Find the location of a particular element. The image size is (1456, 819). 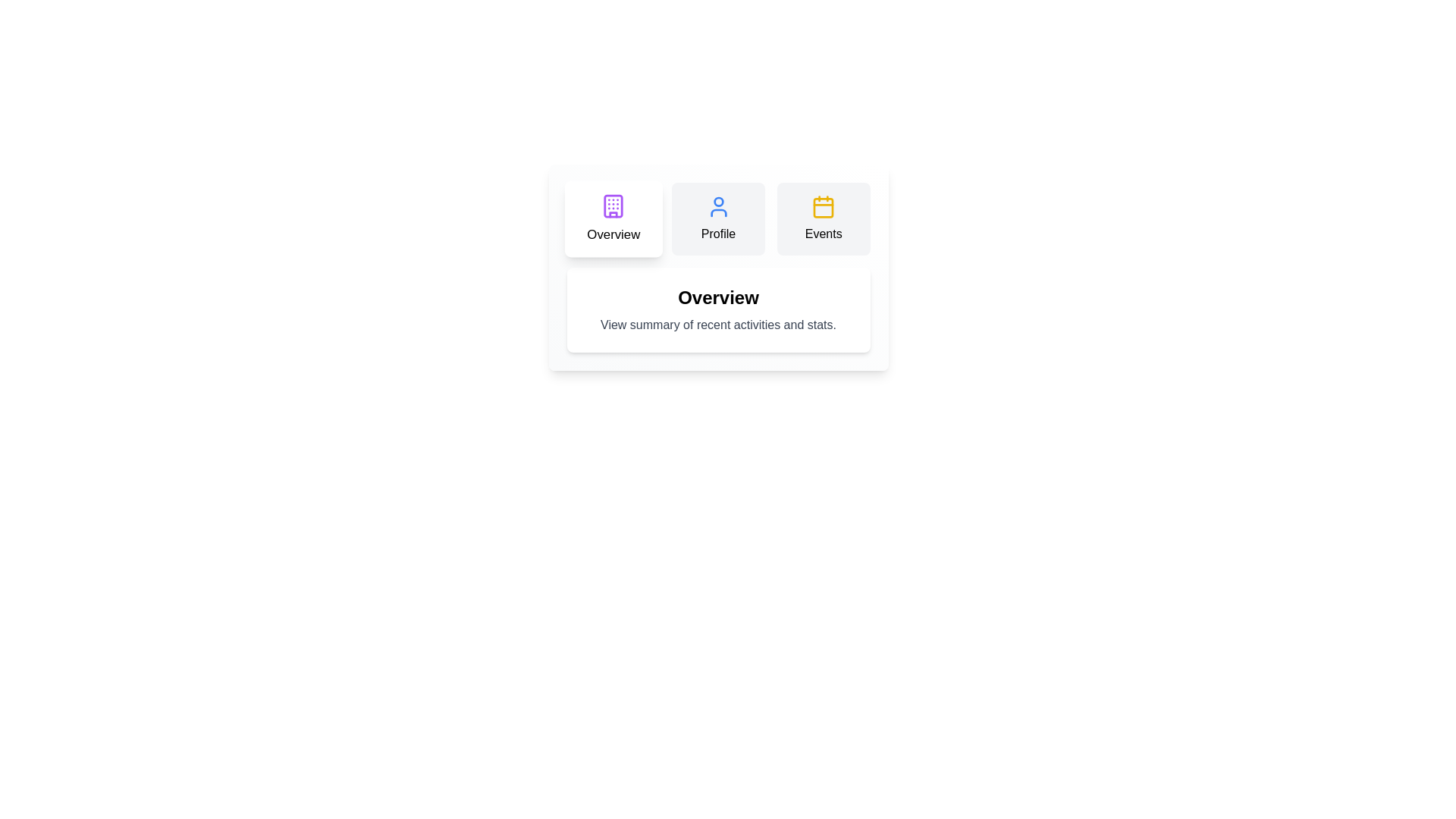

the tab button labeled Overview to switch to the corresponding tab is located at coordinates (613, 219).